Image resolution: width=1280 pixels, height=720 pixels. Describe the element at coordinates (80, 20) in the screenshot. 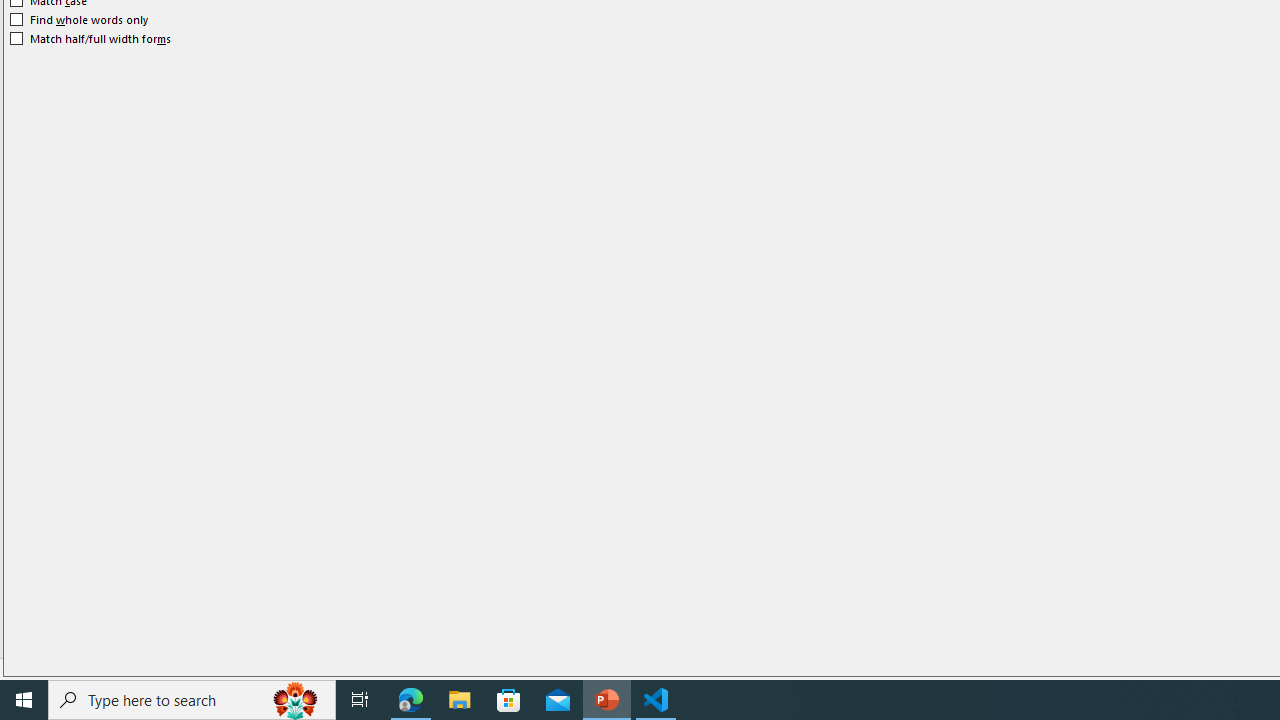

I see `'Find whole words only'` at that location.